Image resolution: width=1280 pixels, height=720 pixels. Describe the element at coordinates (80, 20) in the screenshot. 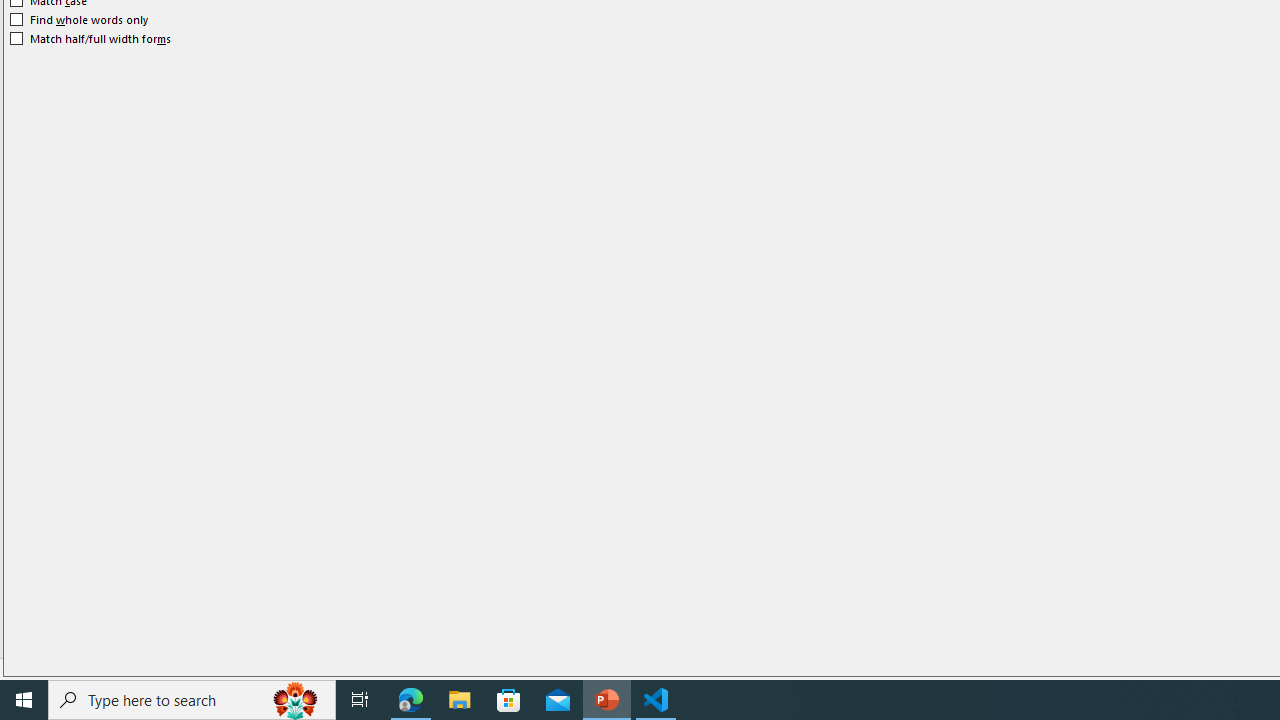

I see `'Find whole words only'` at that location.